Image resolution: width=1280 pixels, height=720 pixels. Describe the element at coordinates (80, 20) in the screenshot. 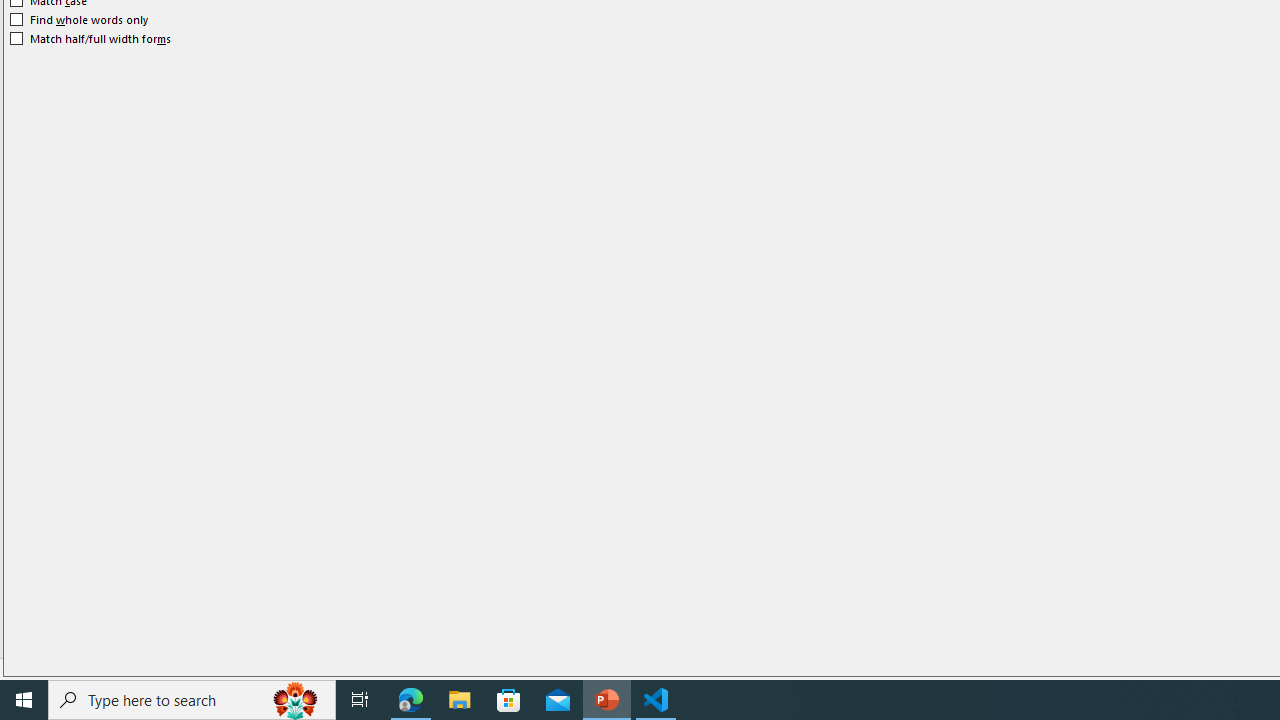

I see `'Find whole words only'` at that location.